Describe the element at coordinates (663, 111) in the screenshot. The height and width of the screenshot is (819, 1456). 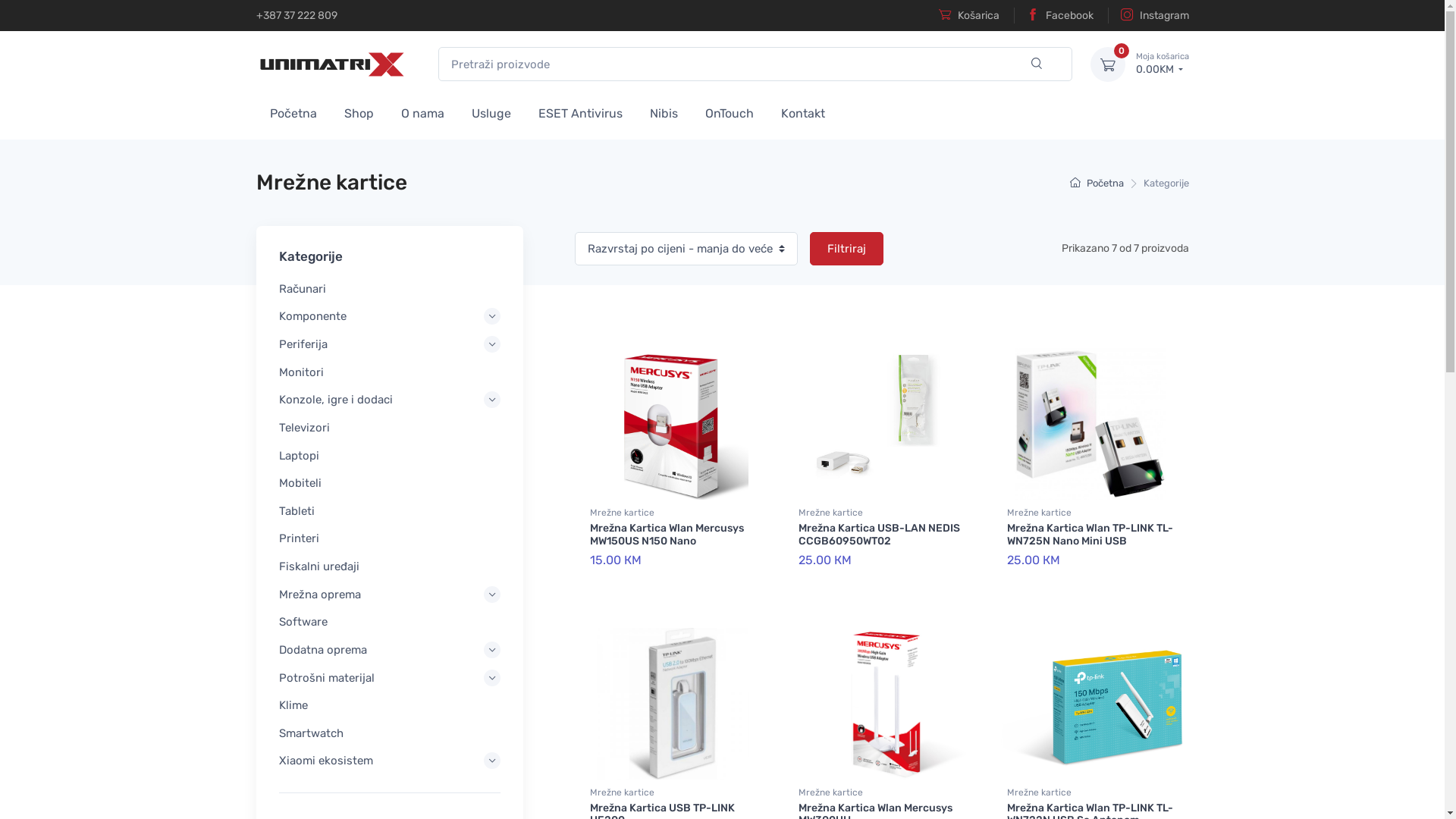
I see `'Nibis'` at that location.